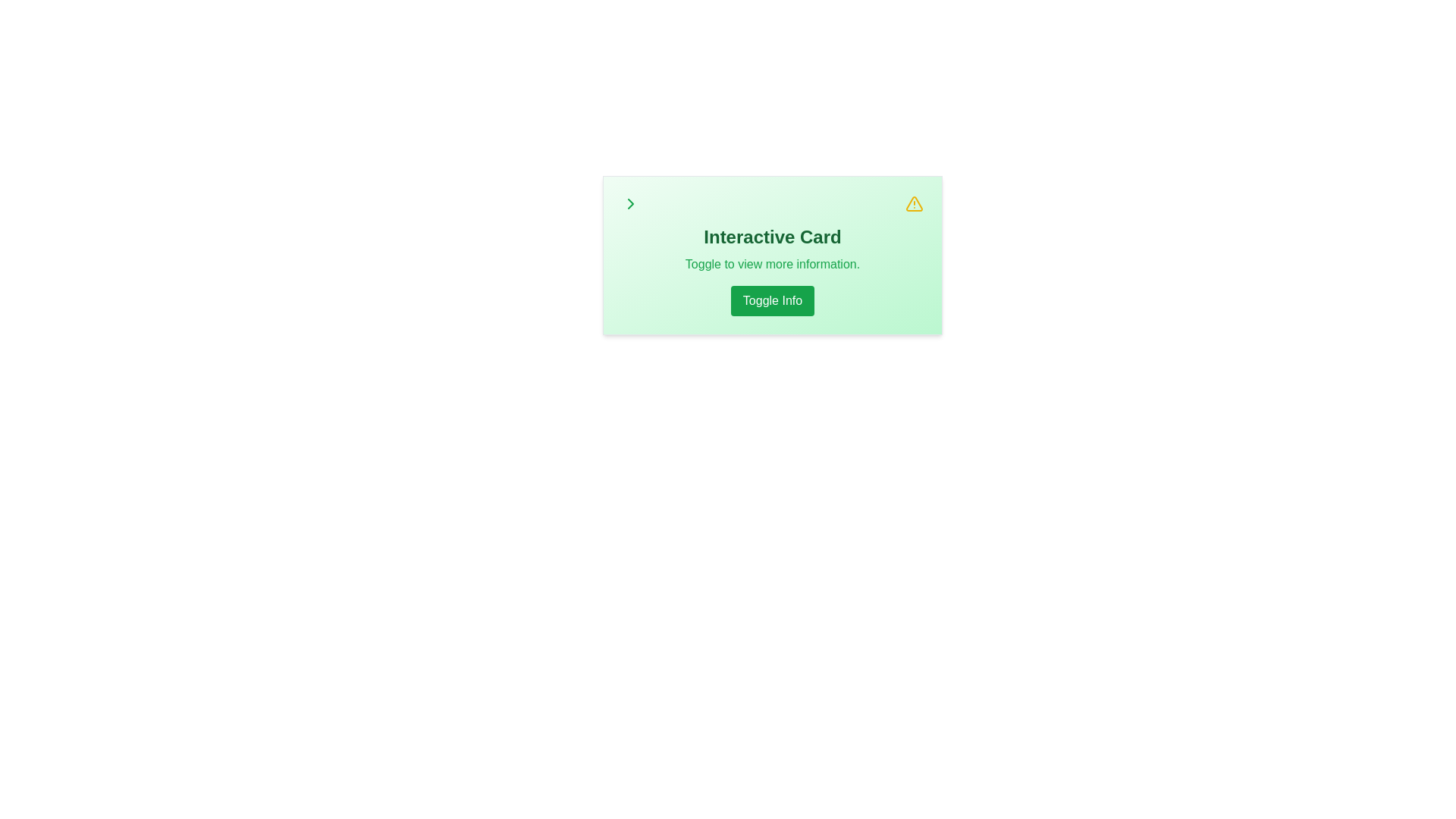  Describe the element at coordinates (630, 203) in the screenshot. I see `the small chevron-right icon with a green stroke color located in the top-right corner of the green-themed card` at that location.